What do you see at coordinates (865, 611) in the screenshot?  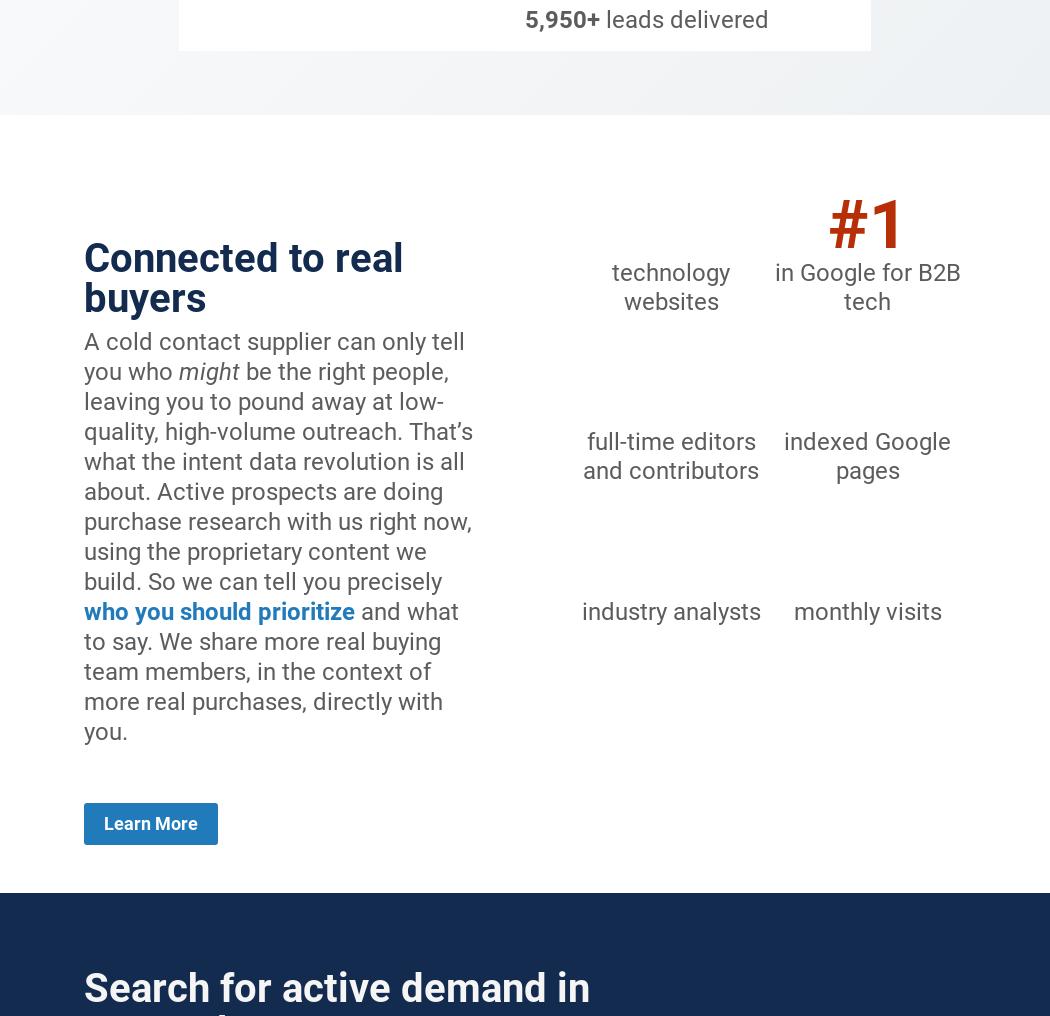 I see `'monthly visits'` at bounding box center [865, 611].